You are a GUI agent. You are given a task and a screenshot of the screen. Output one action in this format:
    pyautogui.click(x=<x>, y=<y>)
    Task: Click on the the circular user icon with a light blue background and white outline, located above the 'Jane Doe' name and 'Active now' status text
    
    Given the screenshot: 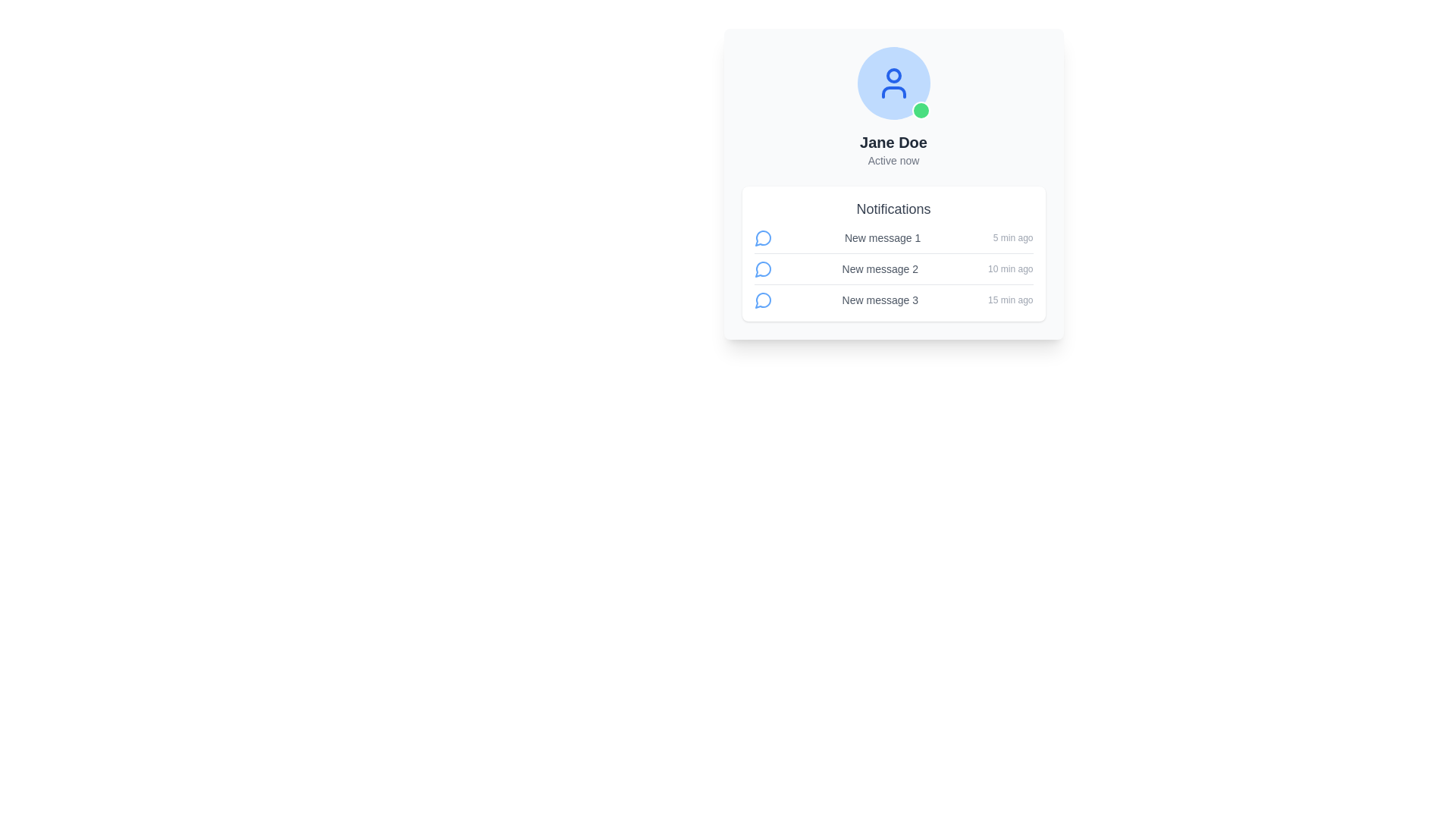 What is the action you would take?
    pyautogui.click(x=893, y=83)
    